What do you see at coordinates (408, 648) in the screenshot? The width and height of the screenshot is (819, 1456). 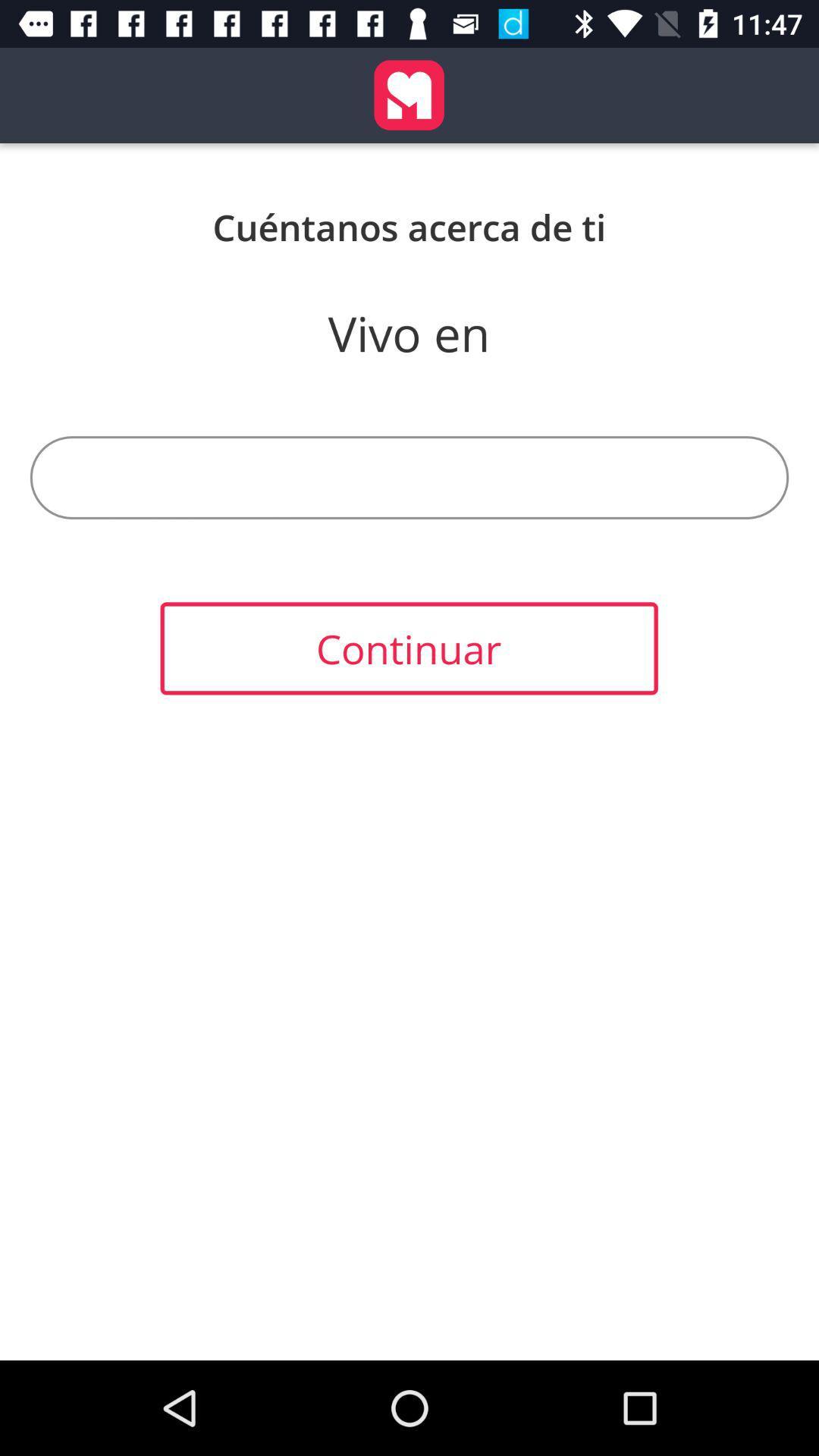 I see `the continuar item` at bounding box center [408, 648].